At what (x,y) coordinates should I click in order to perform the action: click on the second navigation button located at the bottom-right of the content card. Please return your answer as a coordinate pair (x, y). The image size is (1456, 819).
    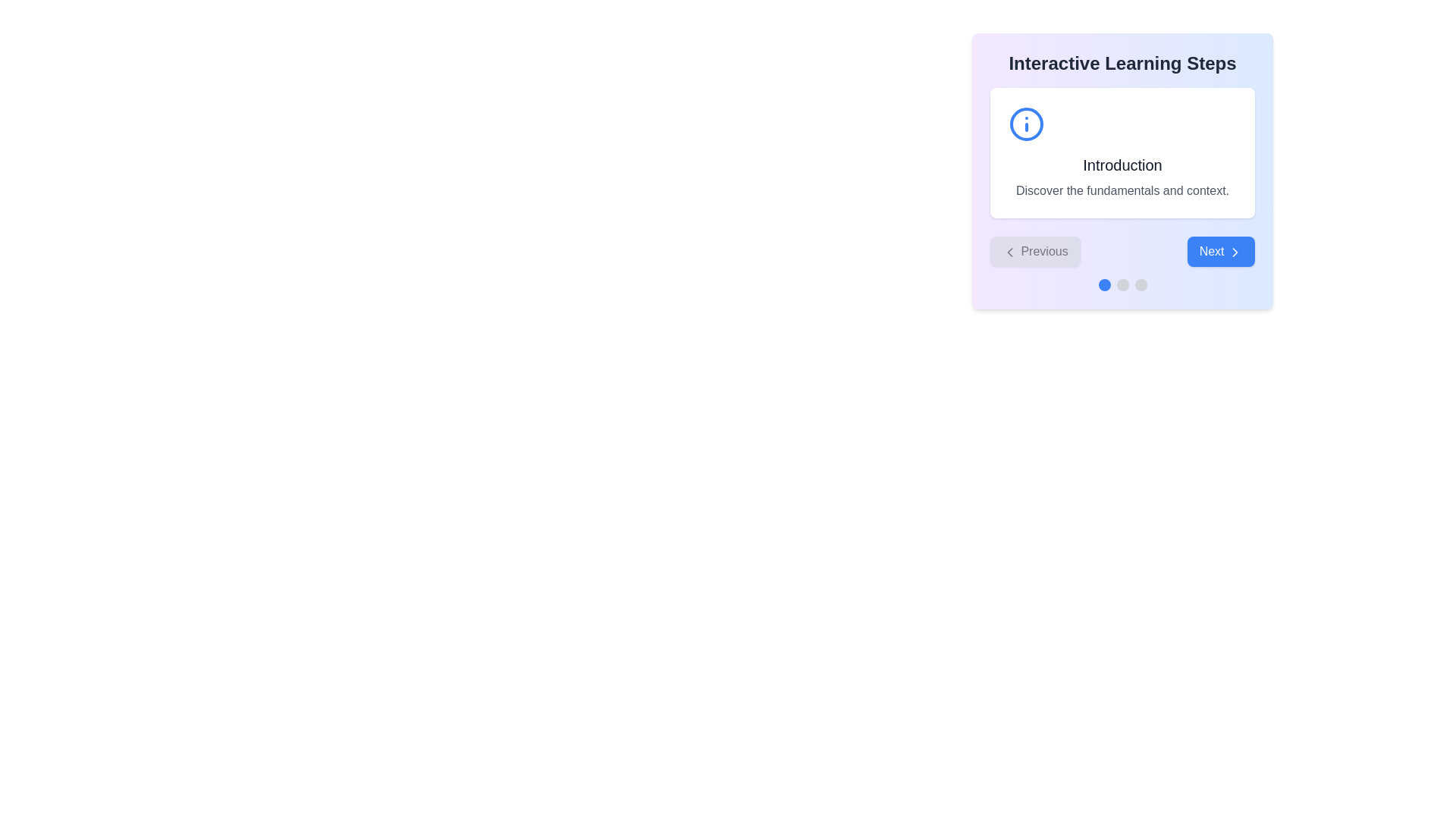
    Looking at the image, I should click on (1221, 250).